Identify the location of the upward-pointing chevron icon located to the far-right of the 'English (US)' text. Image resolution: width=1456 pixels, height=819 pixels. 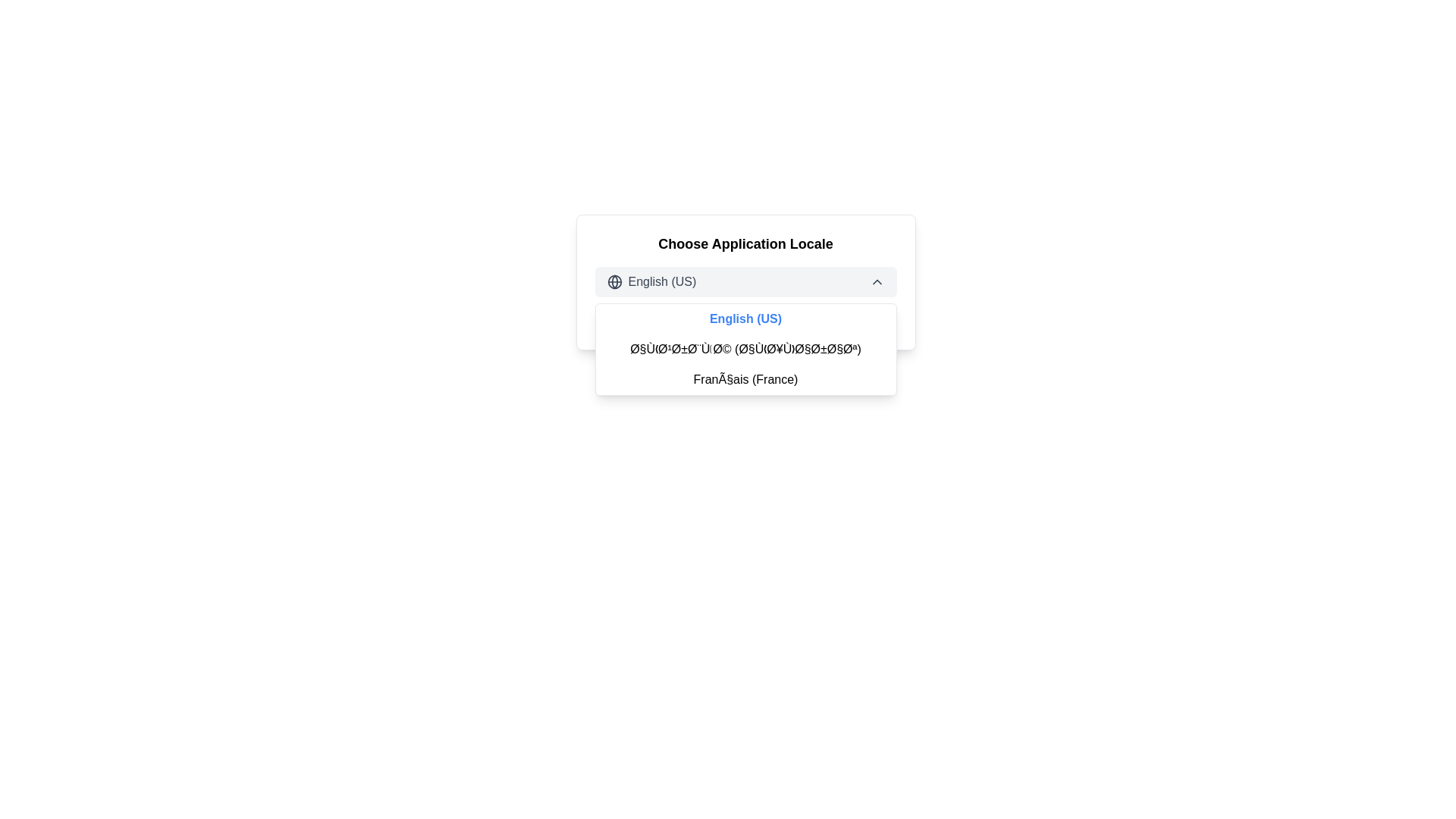
(877, 281).